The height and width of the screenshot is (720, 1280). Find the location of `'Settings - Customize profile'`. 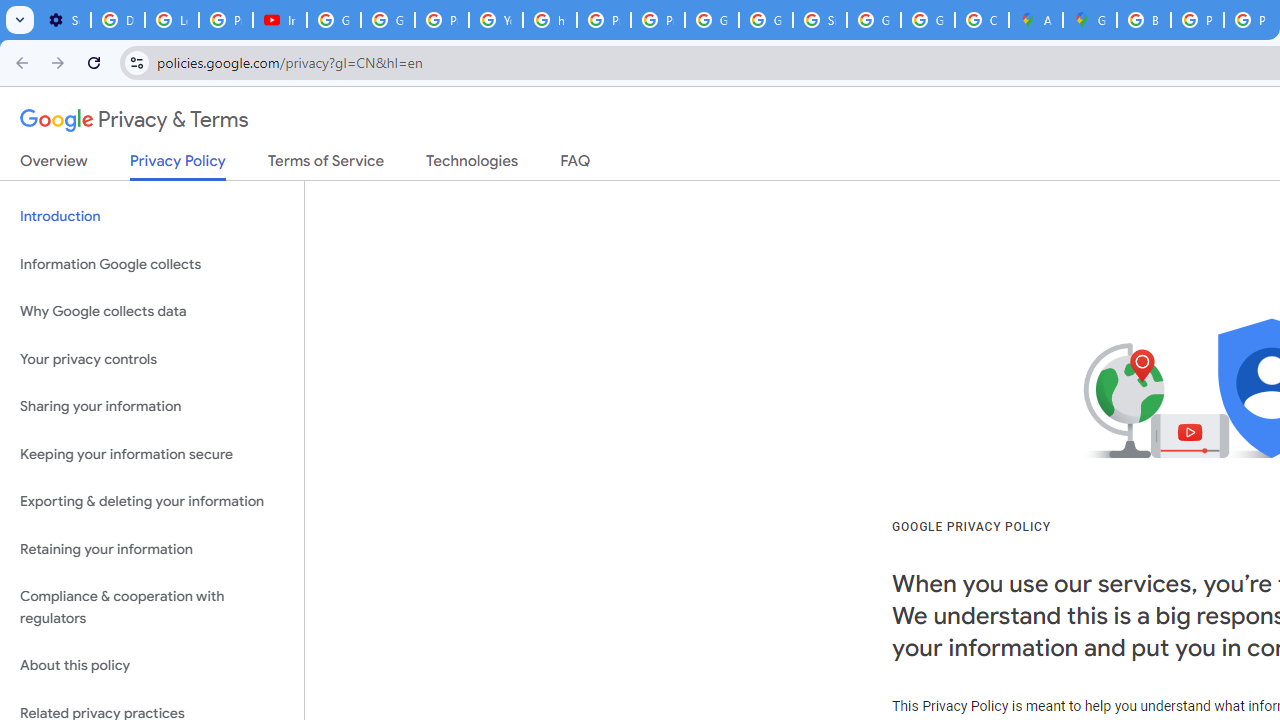

'Settings - Customize profile' is located at coordinates (64, 20).